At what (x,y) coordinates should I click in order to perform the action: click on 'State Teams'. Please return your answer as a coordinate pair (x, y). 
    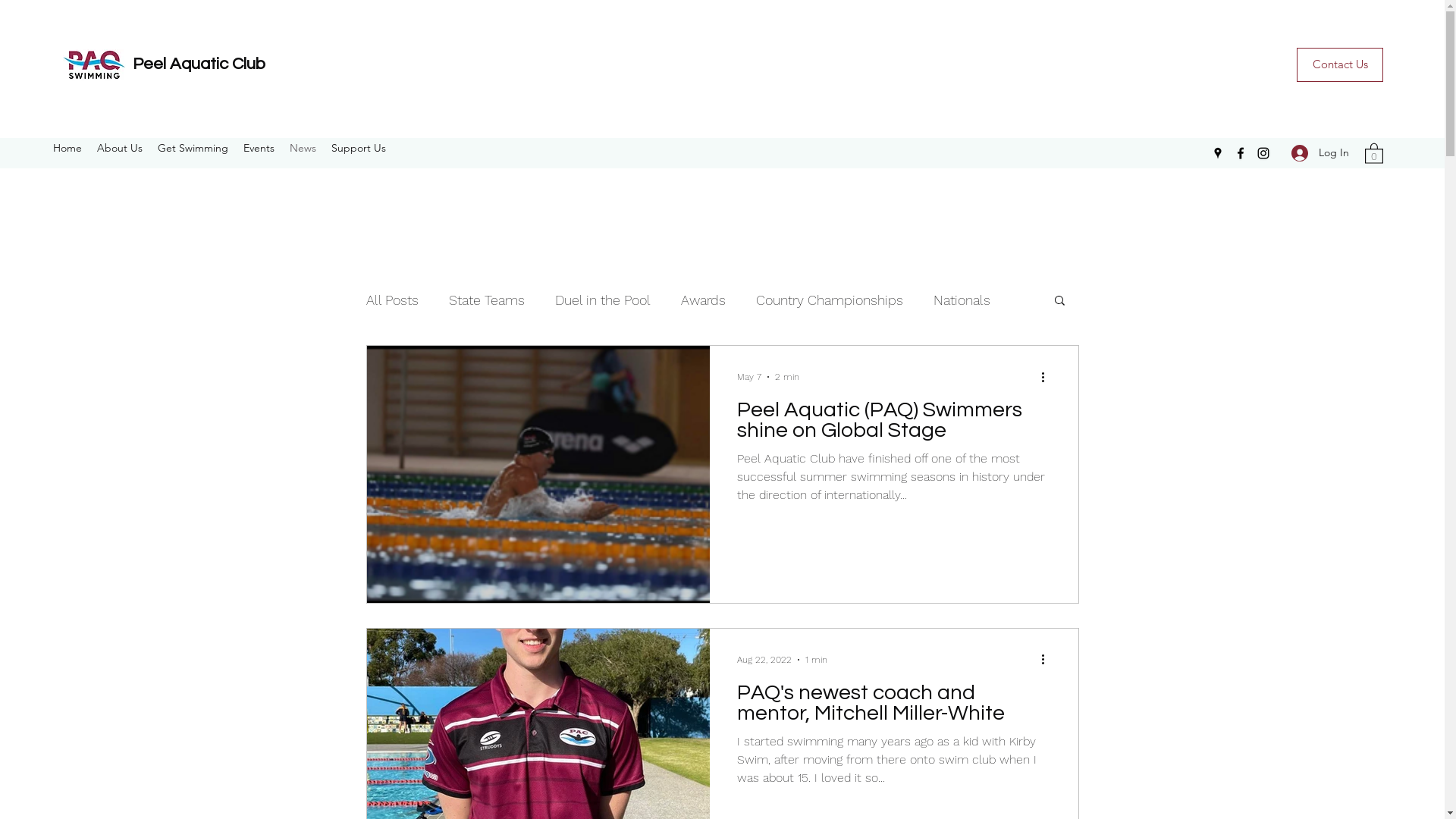
    Looking at the image, I should click on (487, 299).